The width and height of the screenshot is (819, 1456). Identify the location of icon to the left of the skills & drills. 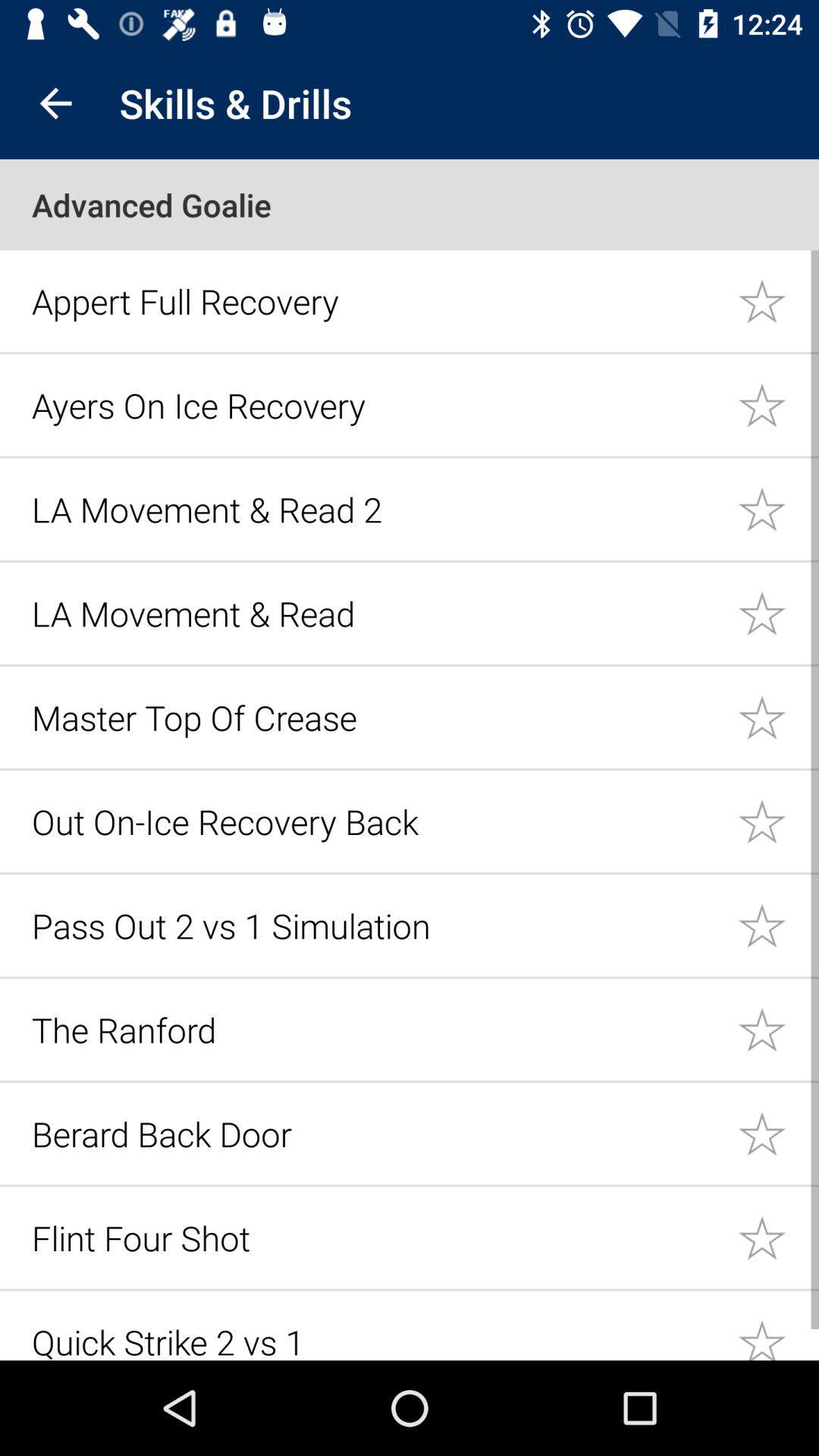
(55, 102).